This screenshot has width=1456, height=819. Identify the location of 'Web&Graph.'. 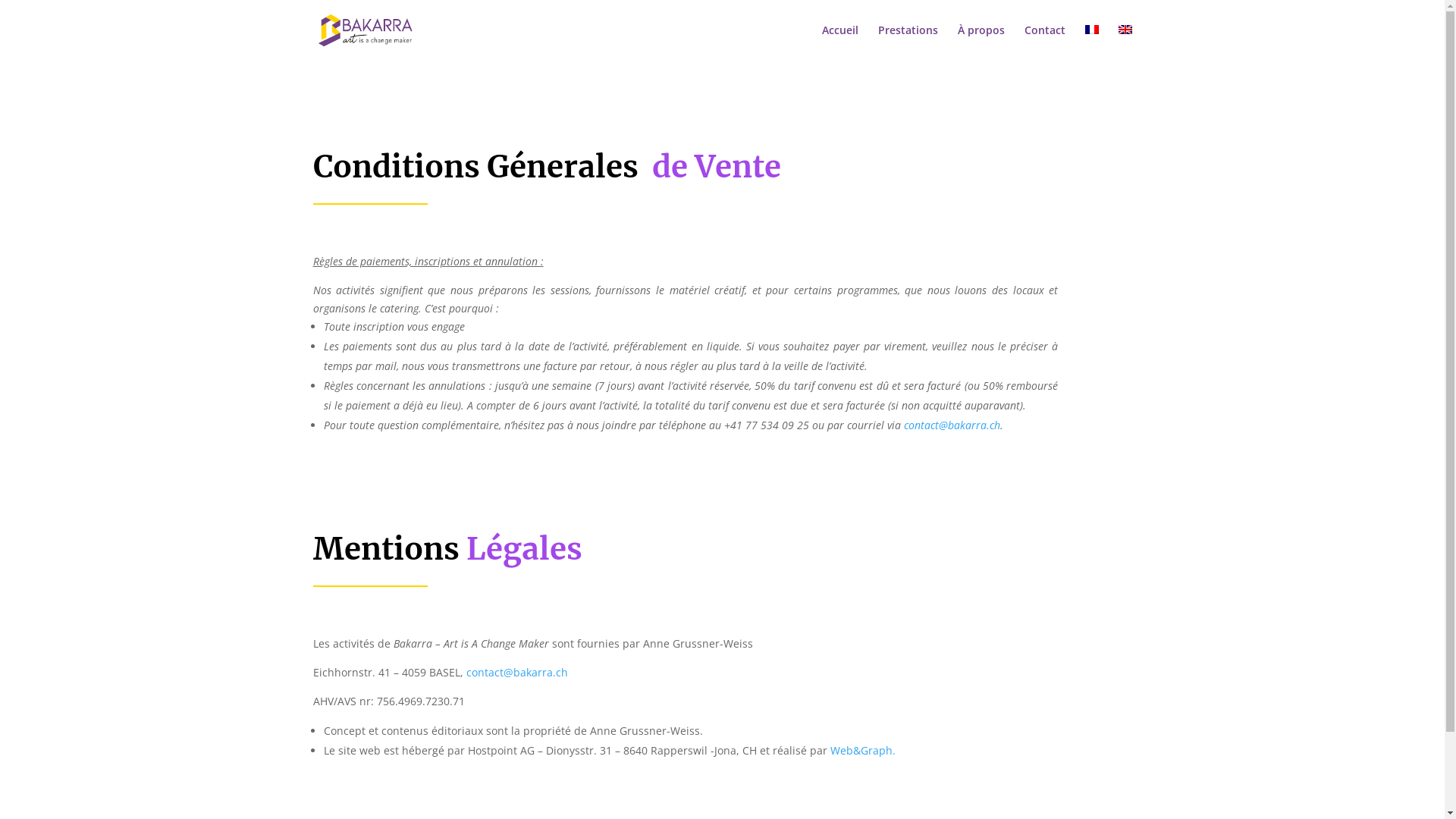
(862, 749).